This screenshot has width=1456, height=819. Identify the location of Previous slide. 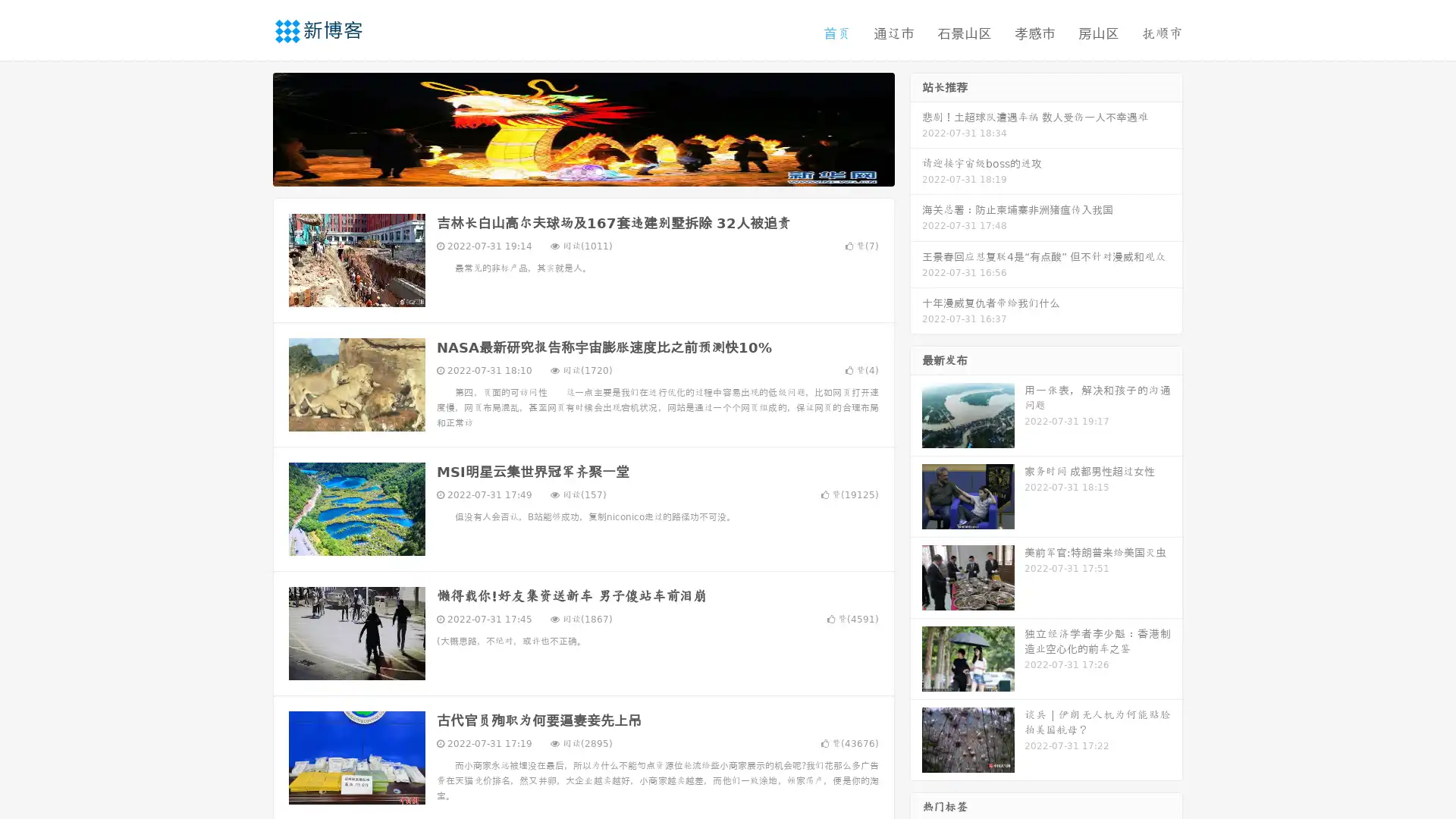
(250, 127).